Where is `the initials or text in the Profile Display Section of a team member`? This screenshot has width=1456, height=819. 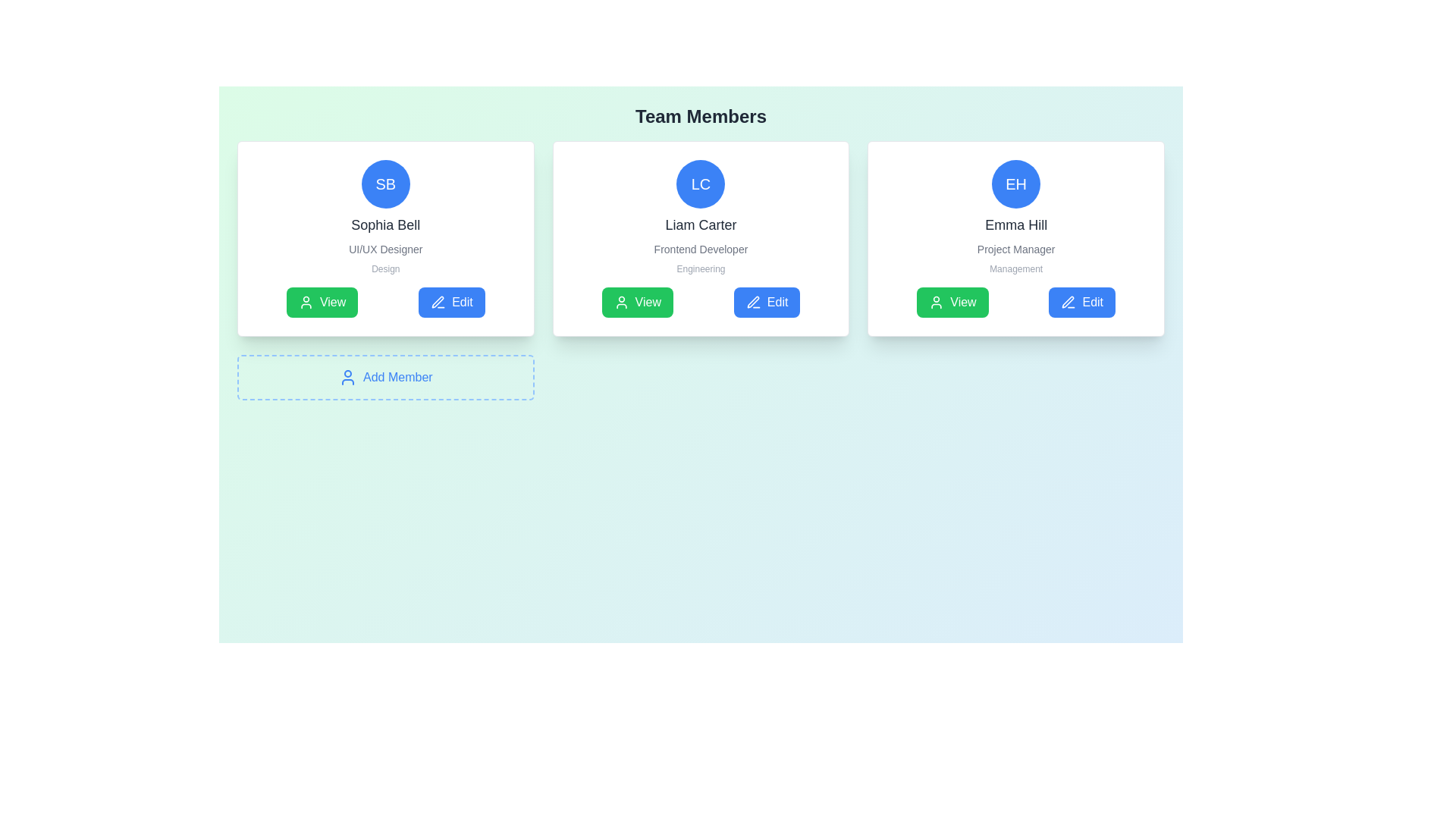
the initials or text in the Profile Display Section of a team member is located at coordinates (700, 217).